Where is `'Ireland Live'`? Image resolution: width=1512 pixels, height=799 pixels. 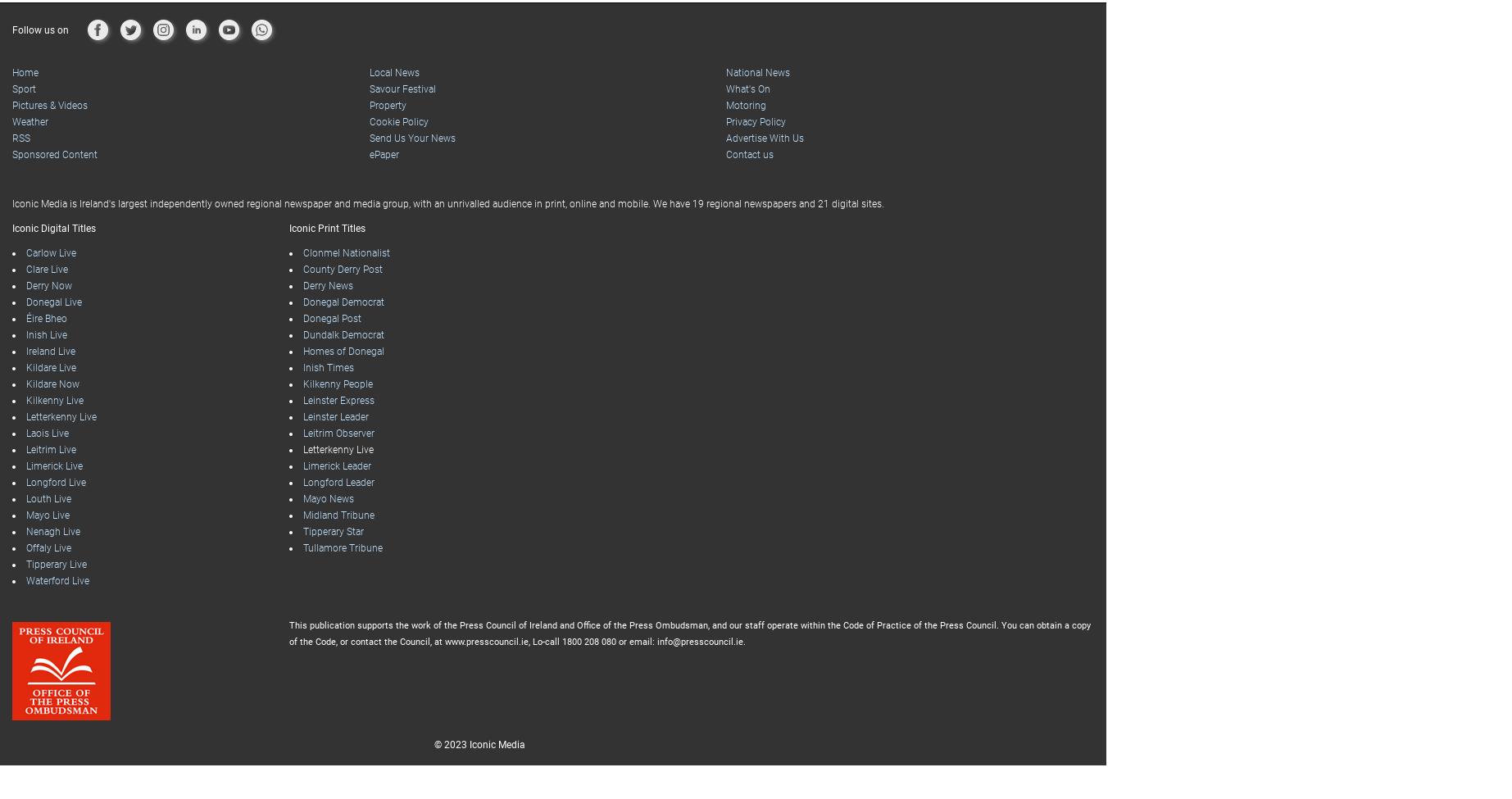 'Ireland Live' is located at coordinates (50, 318).